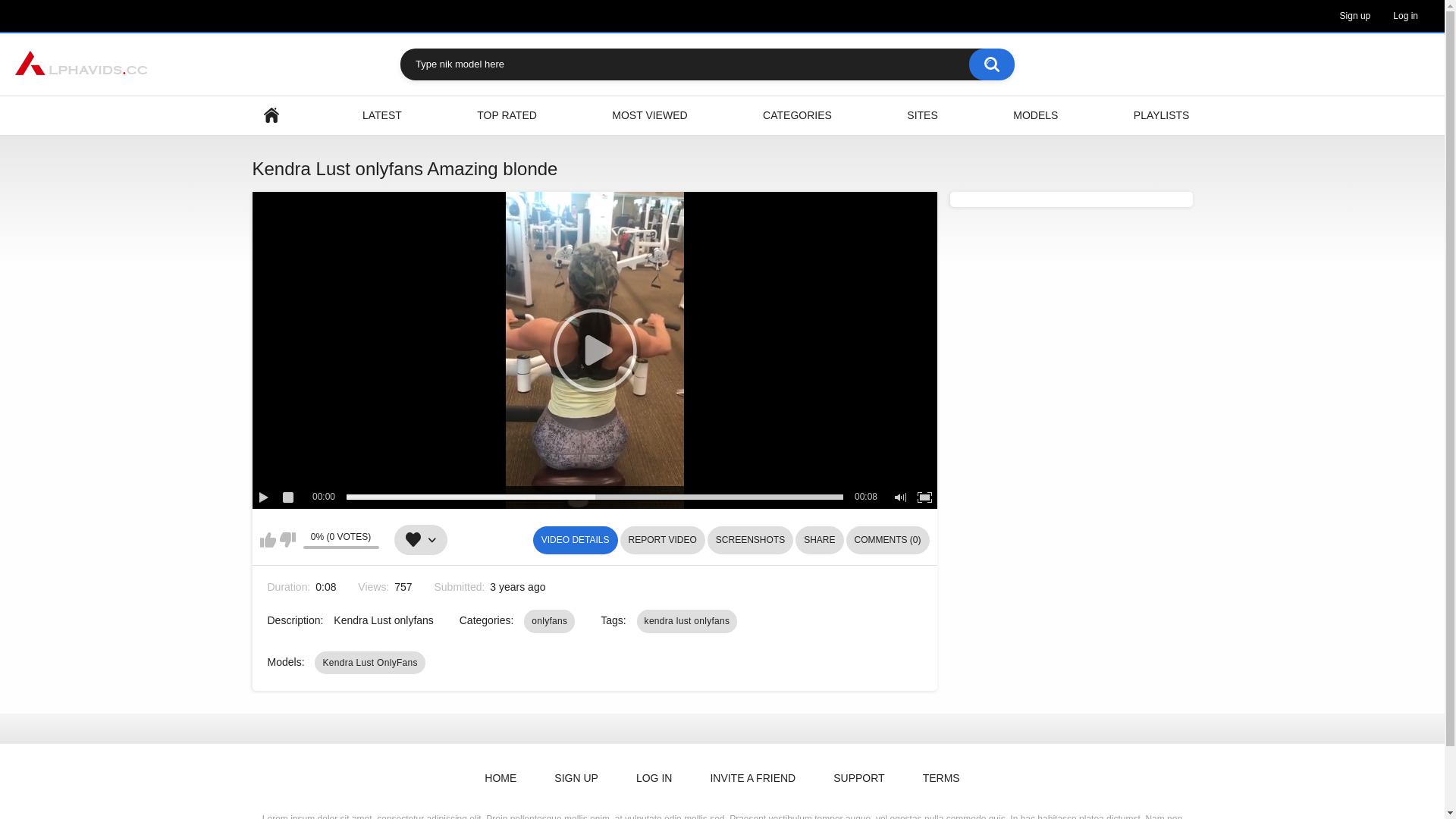 This screenshot has width=1456, height=819. Describe the element at coordinates (1034, 115) in the screenshot. I see `'MODELS'` at that location.